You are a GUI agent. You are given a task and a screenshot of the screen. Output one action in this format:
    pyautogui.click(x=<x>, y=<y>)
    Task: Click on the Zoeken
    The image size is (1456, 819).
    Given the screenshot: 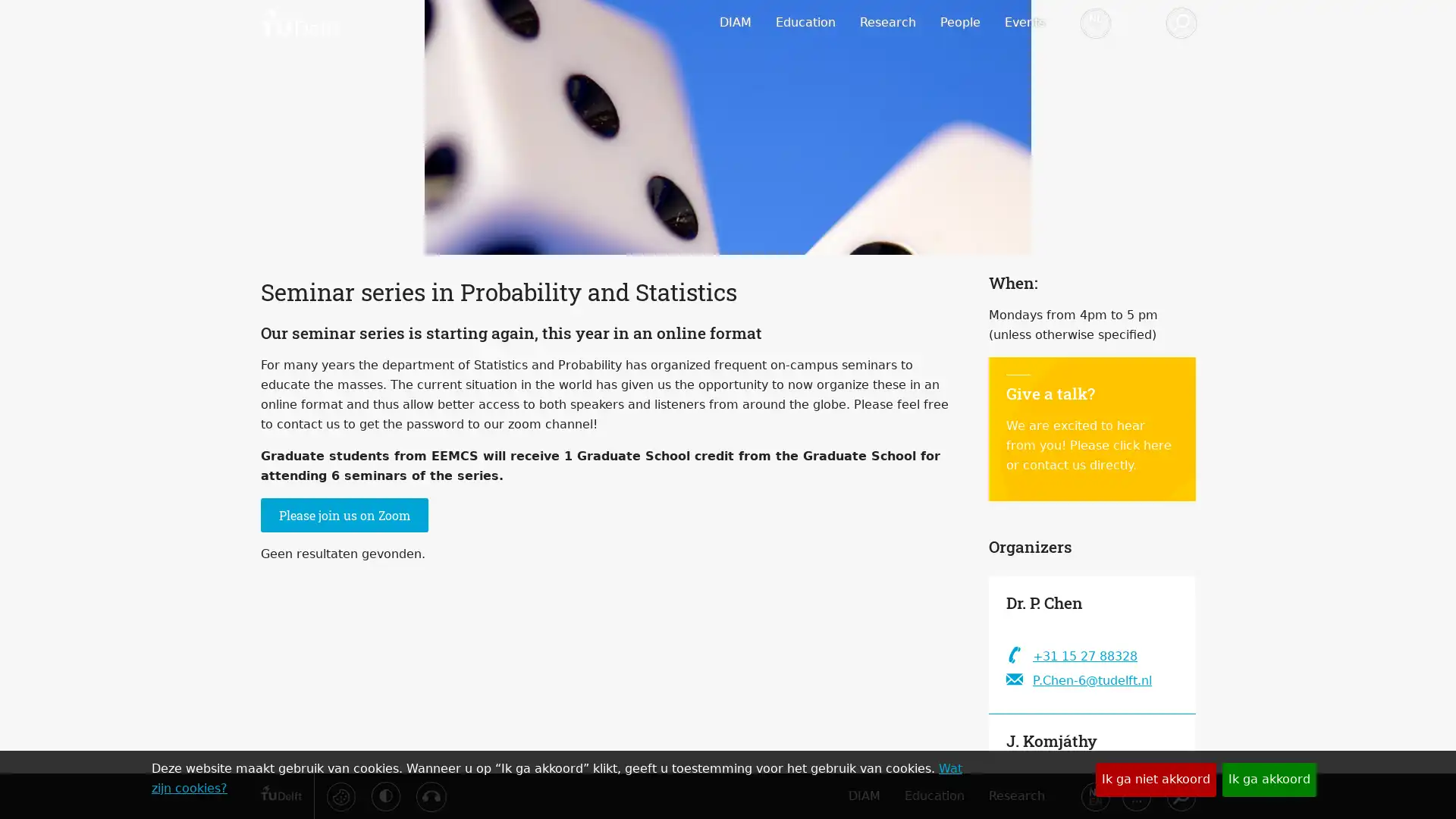 What is the action you would take?
    pyautogui.click(x=1179, y=795)
    